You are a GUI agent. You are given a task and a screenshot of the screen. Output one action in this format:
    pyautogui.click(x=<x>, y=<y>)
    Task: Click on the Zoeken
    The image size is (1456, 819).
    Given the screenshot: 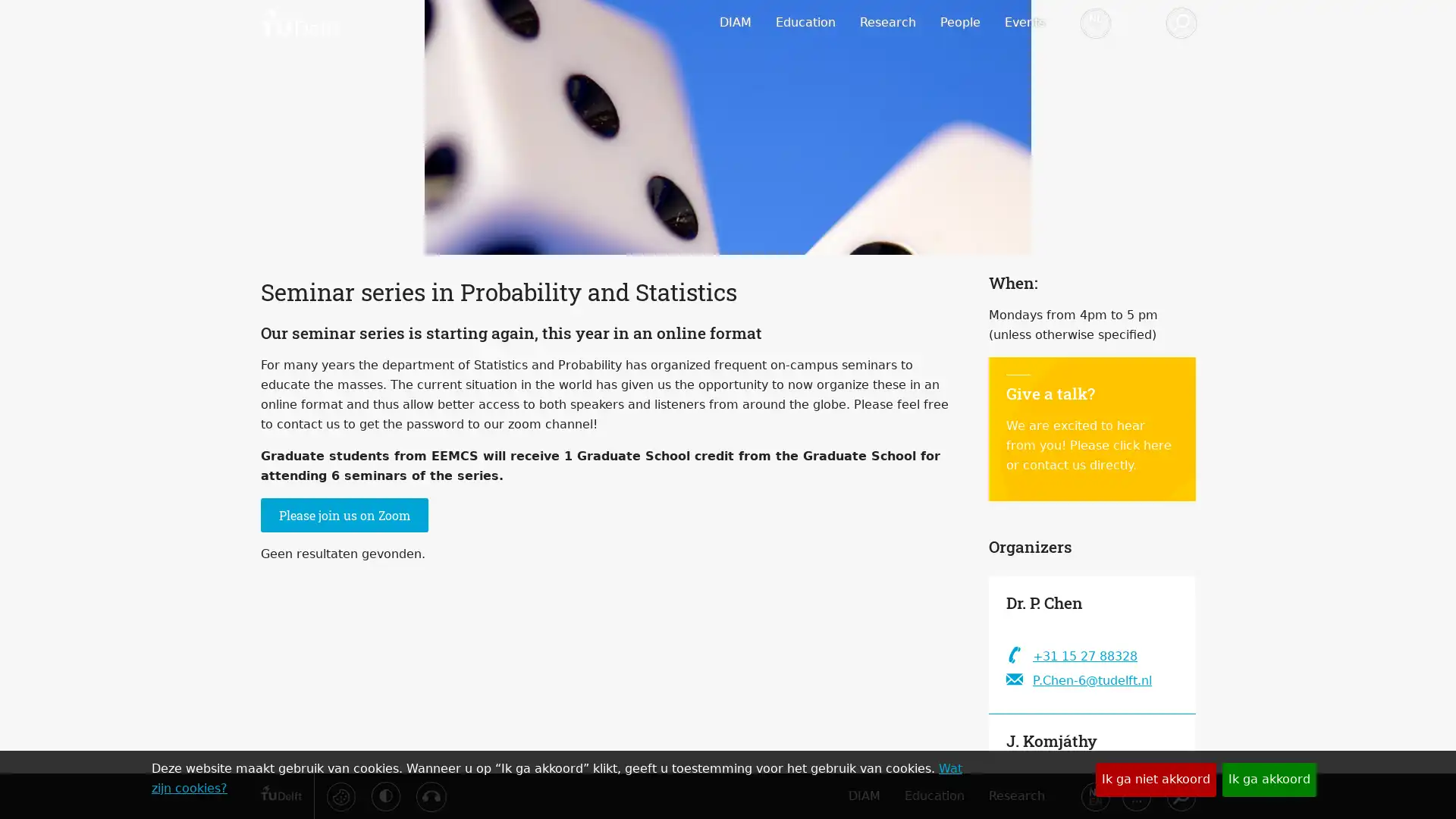 What is the action you would take?
    pyautogui.click(x=1179, y=795)
    